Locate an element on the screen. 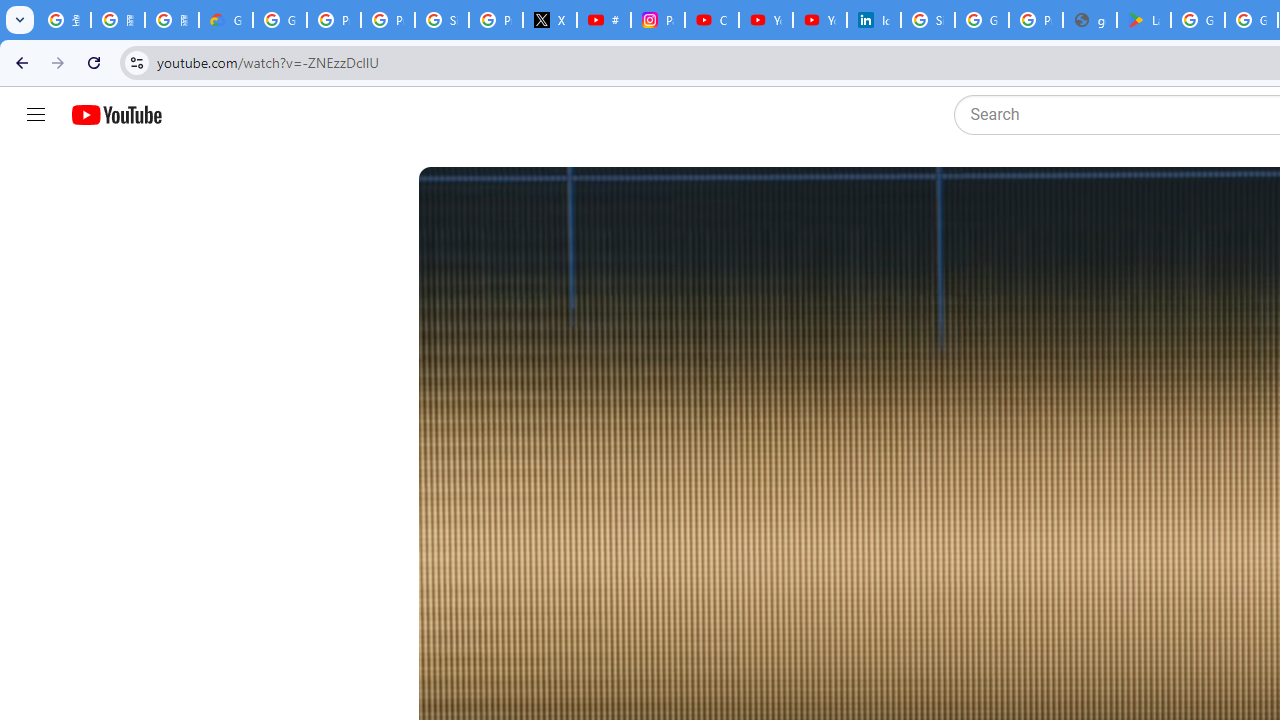 This screenshot has height=720, width=1280. 'YouTube Home' is located at coordinates (115, 115).